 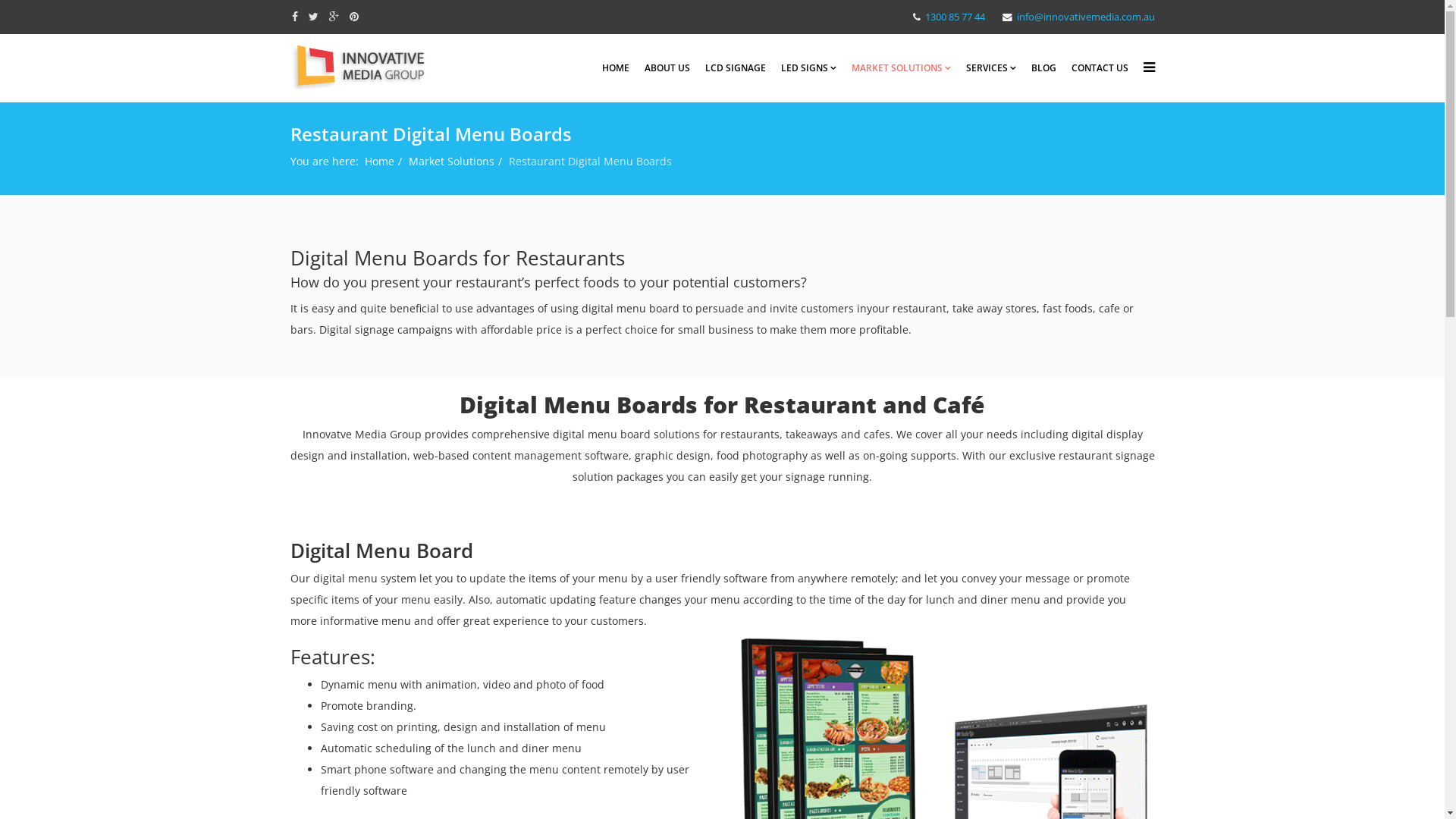 I want to click on 'Market Solutions', so click(x=450, y=161).